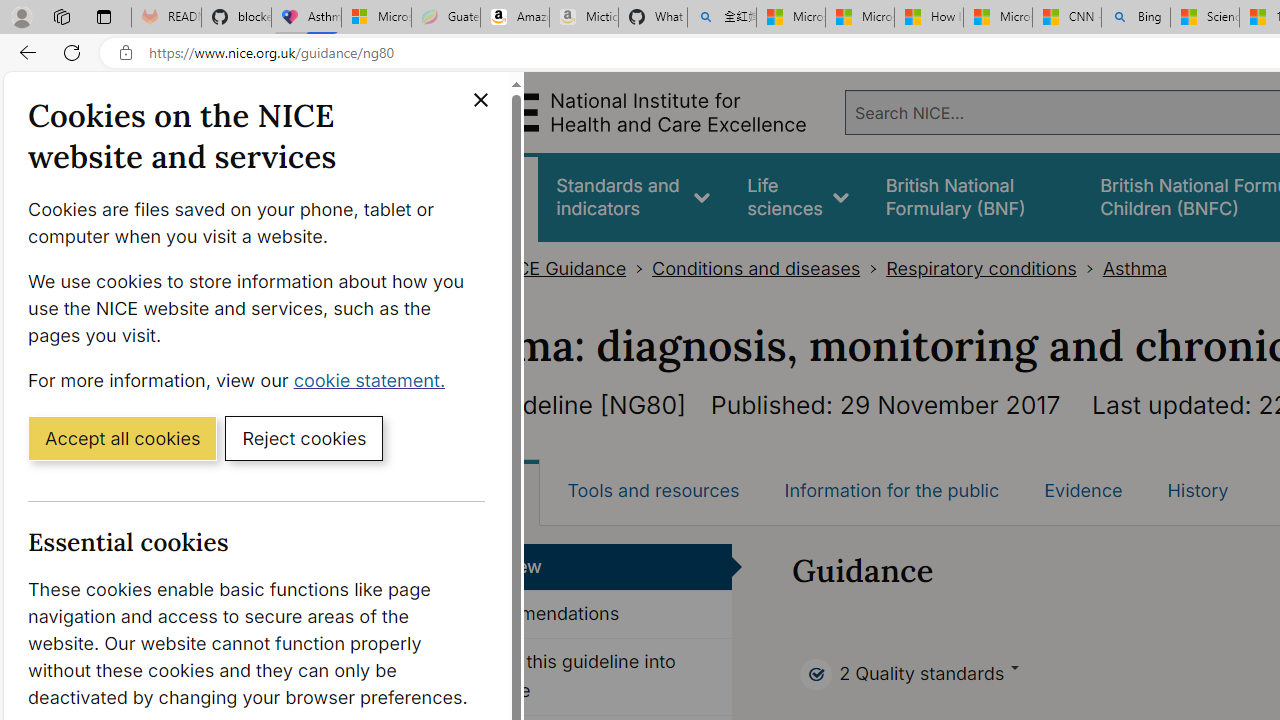 The height and width of the screenshot is (720, 1280). What do you see at coordinates (560, 268) in the screenshot?
I see `'NICE Guidance'` at bounding box center [560, 268].